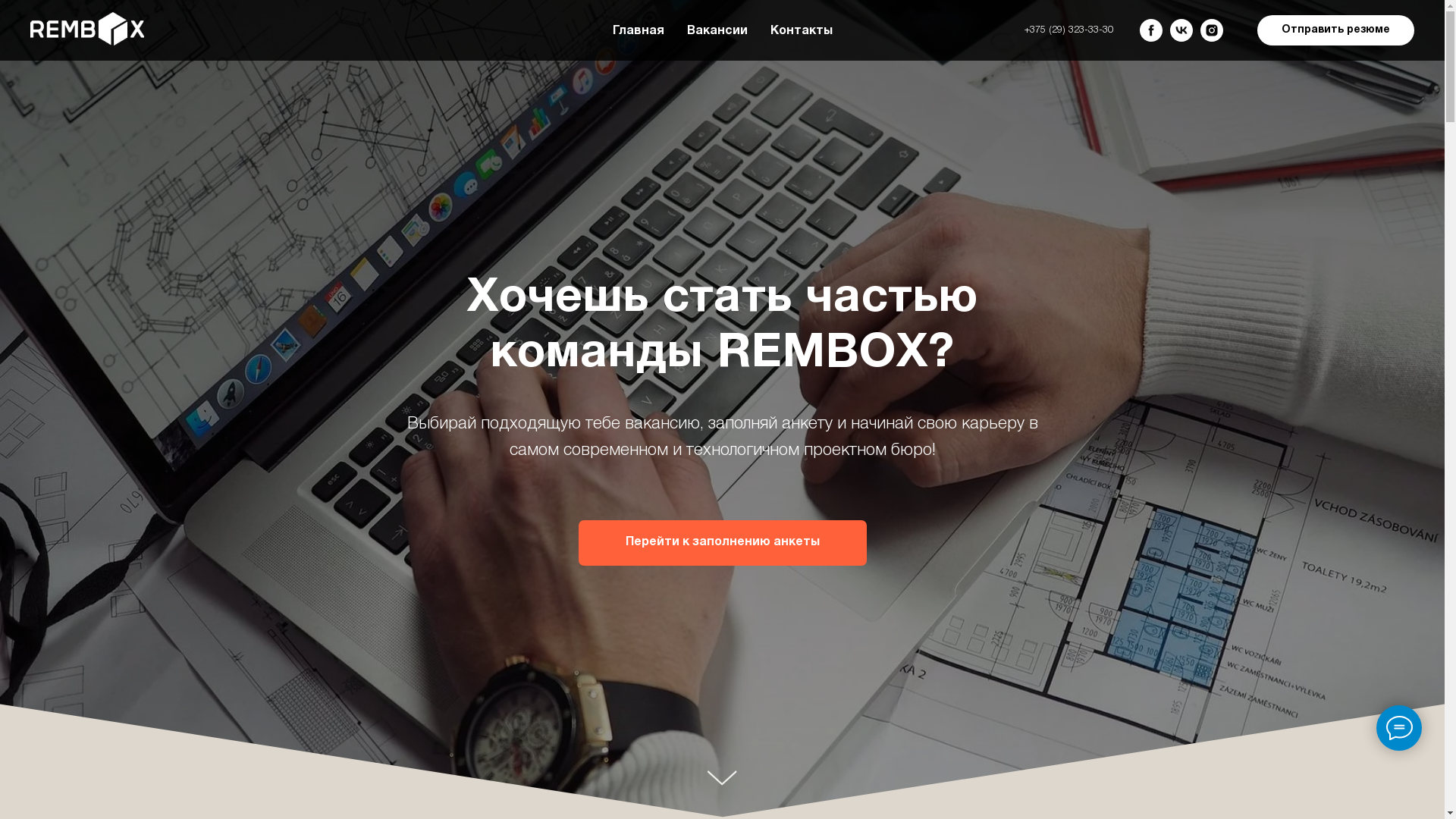 This screenshot has height=819, width=1456. Describe the element at coordinates (1068, 30) in the screenshot. I see `'+375 (29) 323-33-30'` at that location.